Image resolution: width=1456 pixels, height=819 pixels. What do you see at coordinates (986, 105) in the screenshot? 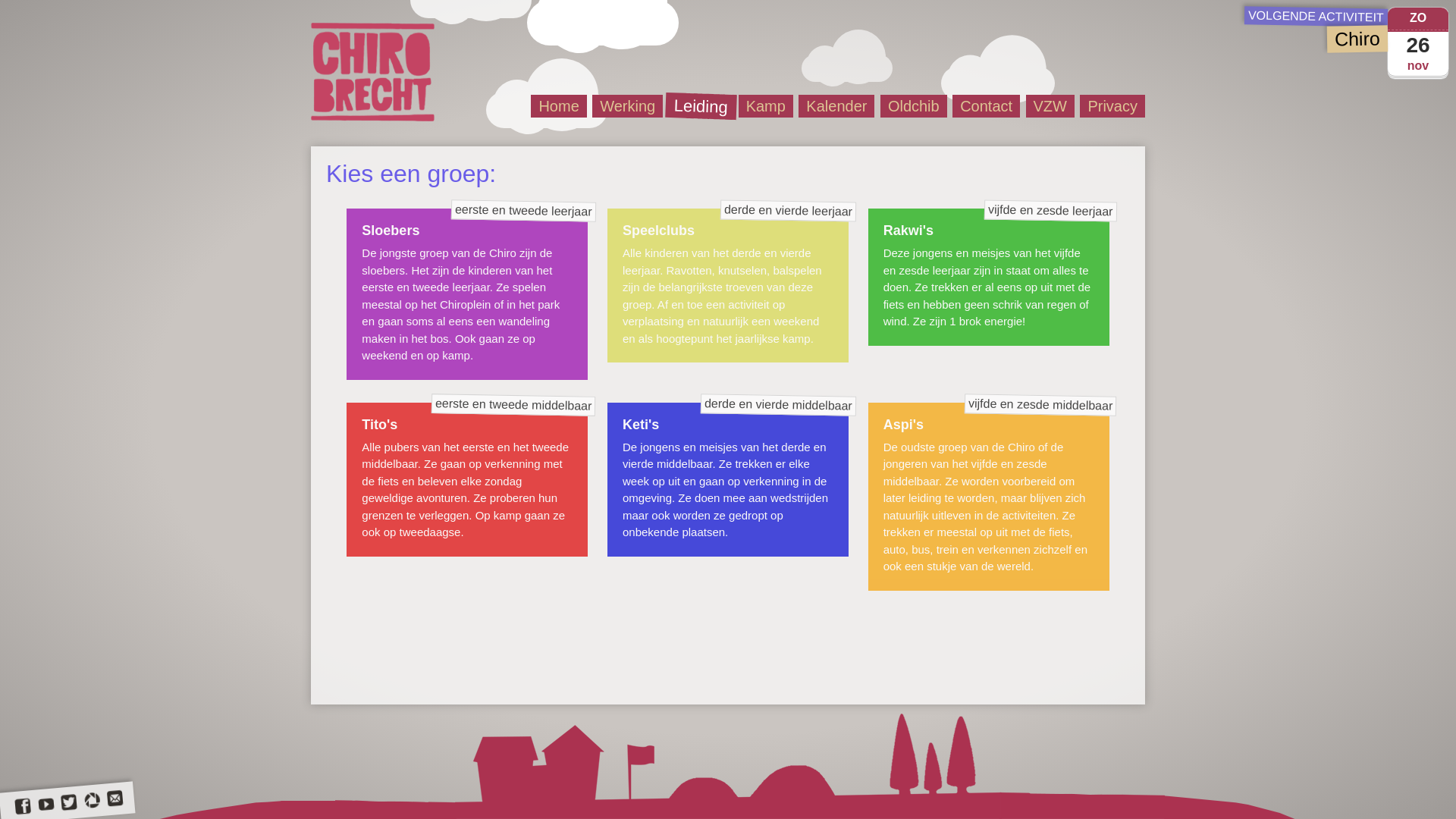
I see `'Contact'` at bounding box center [986, 105].